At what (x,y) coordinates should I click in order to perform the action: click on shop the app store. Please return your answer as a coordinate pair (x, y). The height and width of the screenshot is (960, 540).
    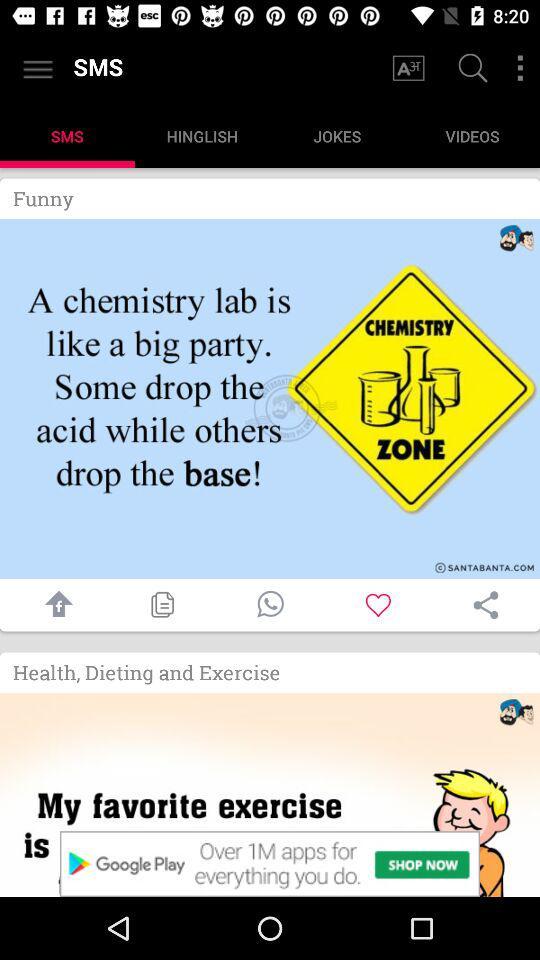
    Looking at the image, I should click on (270, 794).